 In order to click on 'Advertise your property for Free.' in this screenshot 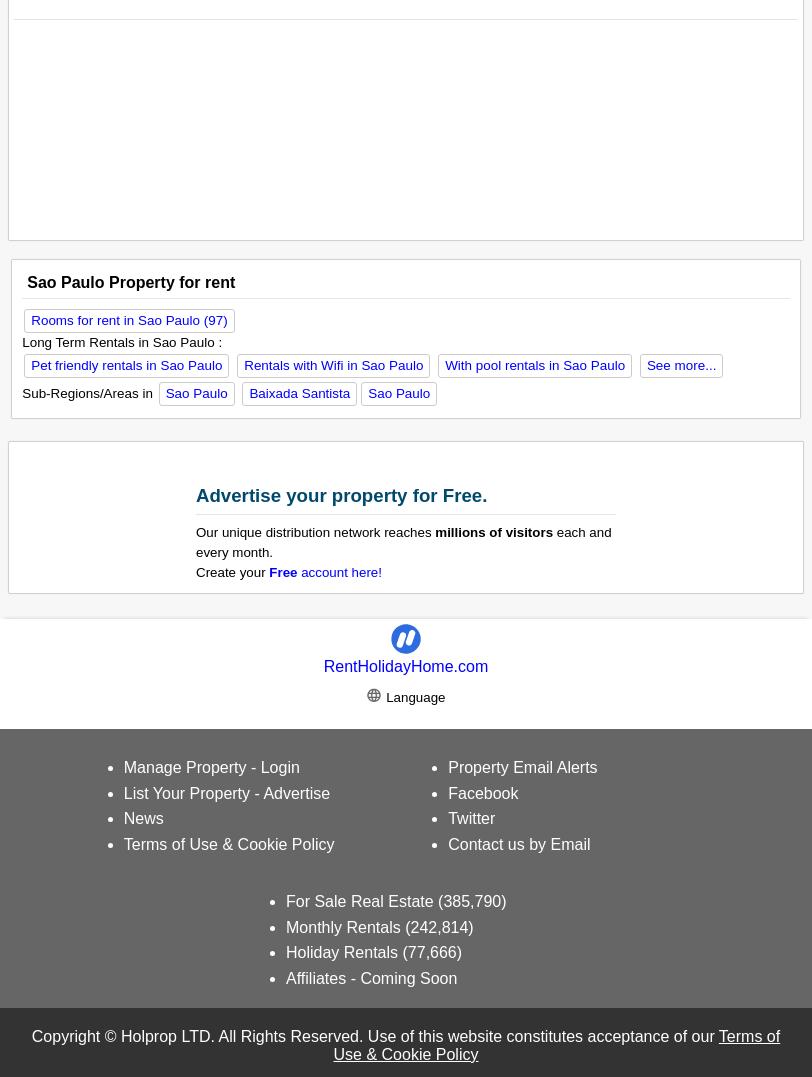, I will do `click(341, 494)`.